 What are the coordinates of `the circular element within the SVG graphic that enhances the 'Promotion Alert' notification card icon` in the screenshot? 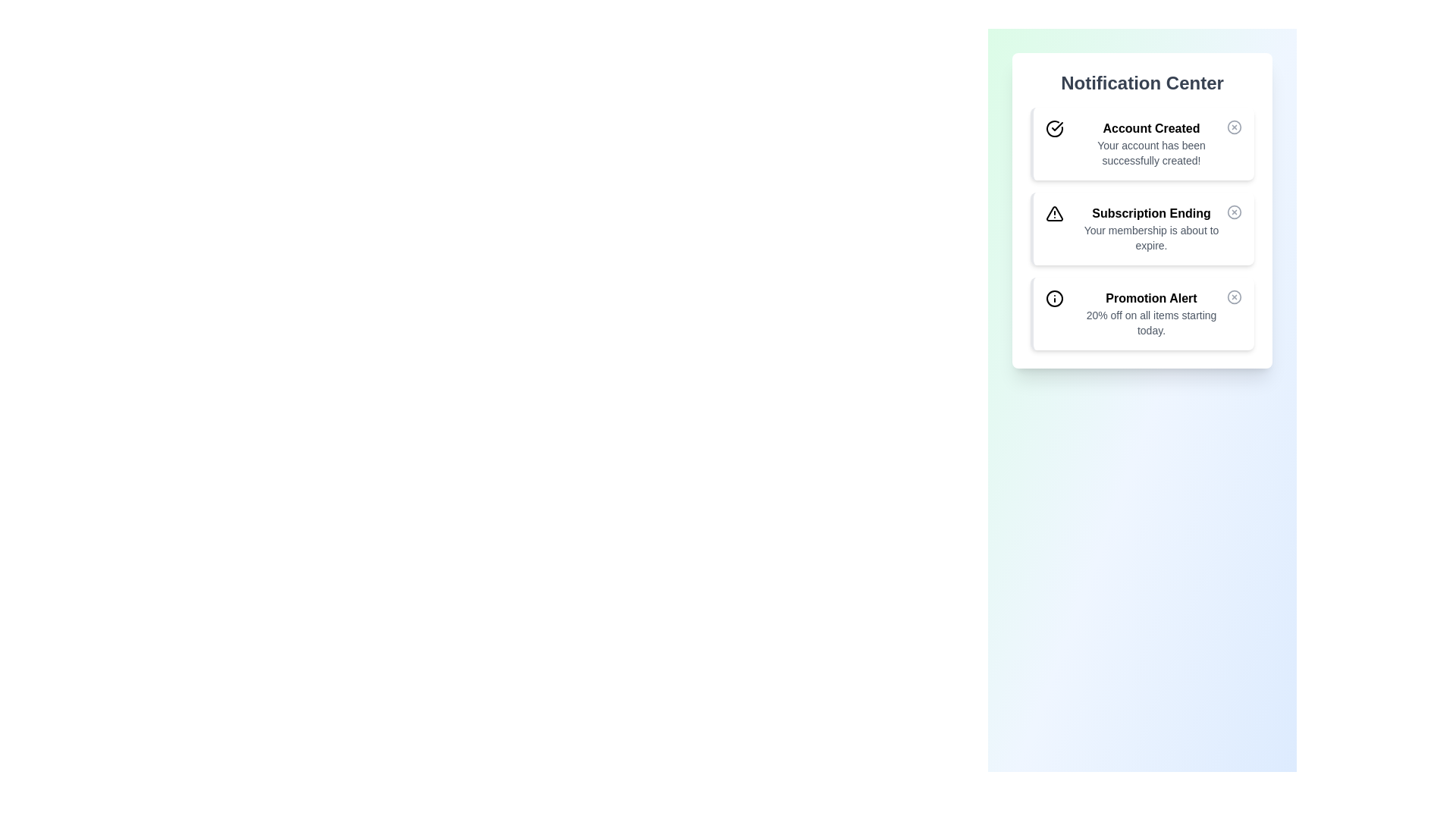 It's located at (1054, 298).